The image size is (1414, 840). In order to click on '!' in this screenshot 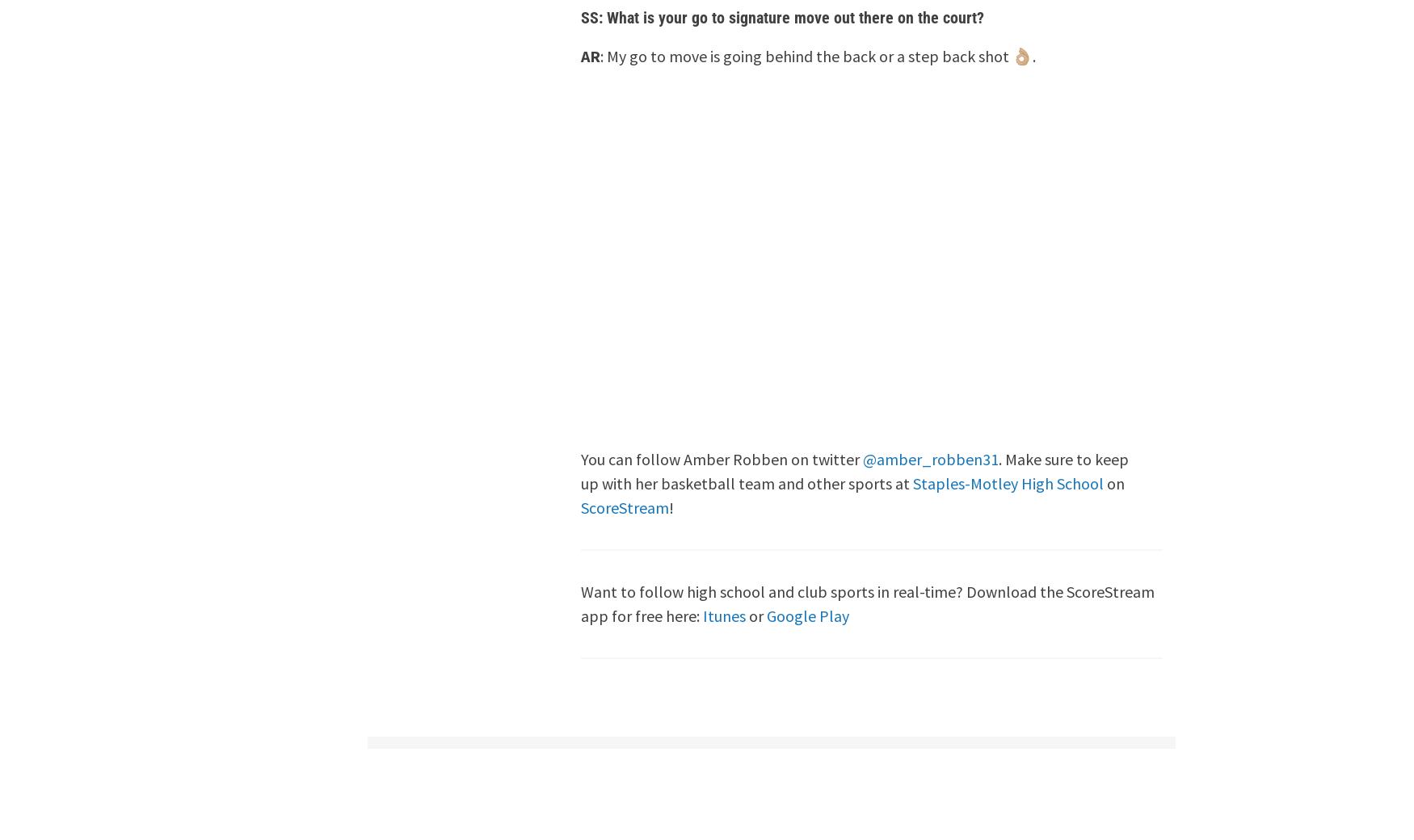, I will do `click(671, 506)`.